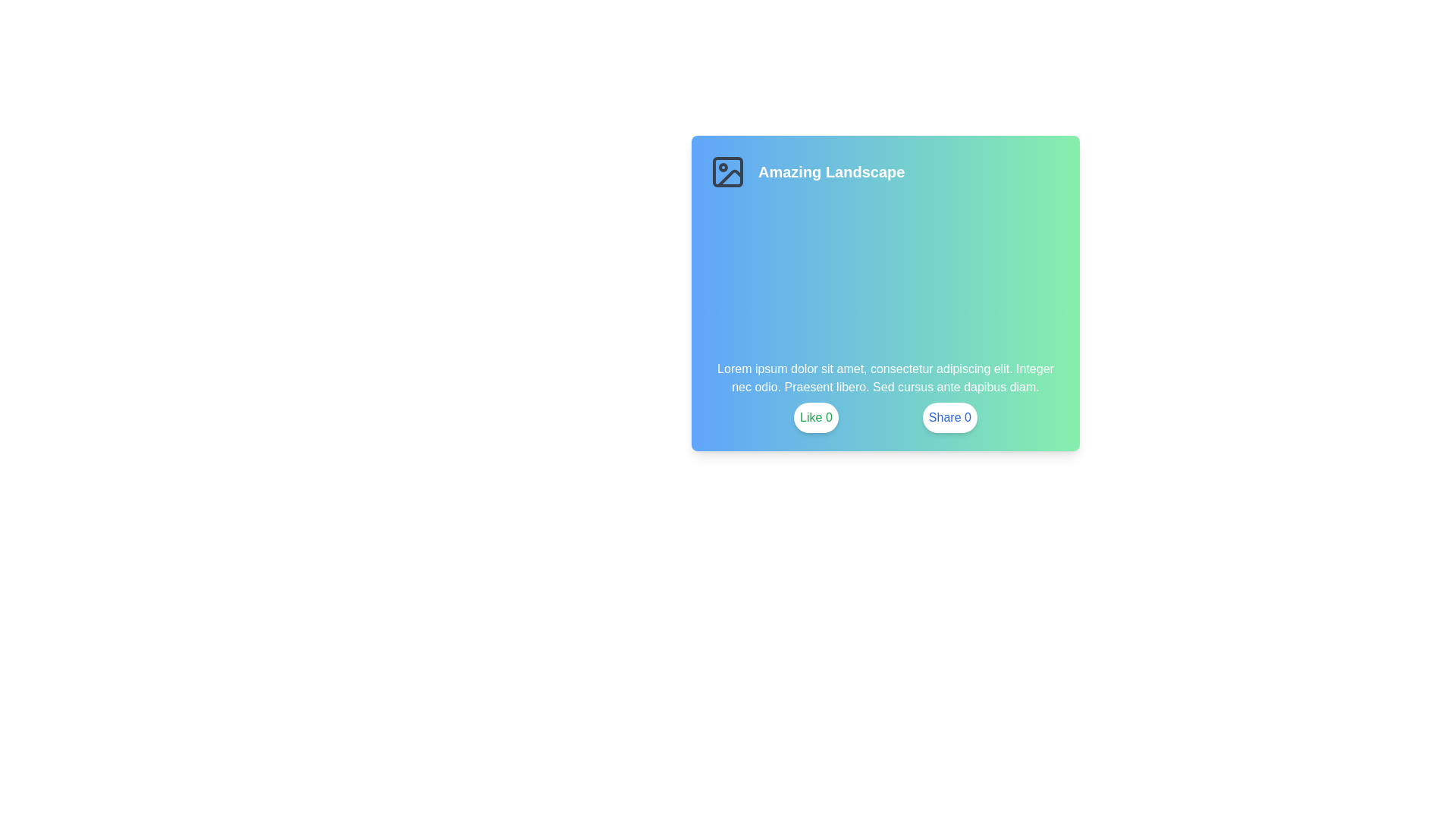  I want to click on the image-related icon located to the left of the text 'Amazing Landscape', so click(728, 171).